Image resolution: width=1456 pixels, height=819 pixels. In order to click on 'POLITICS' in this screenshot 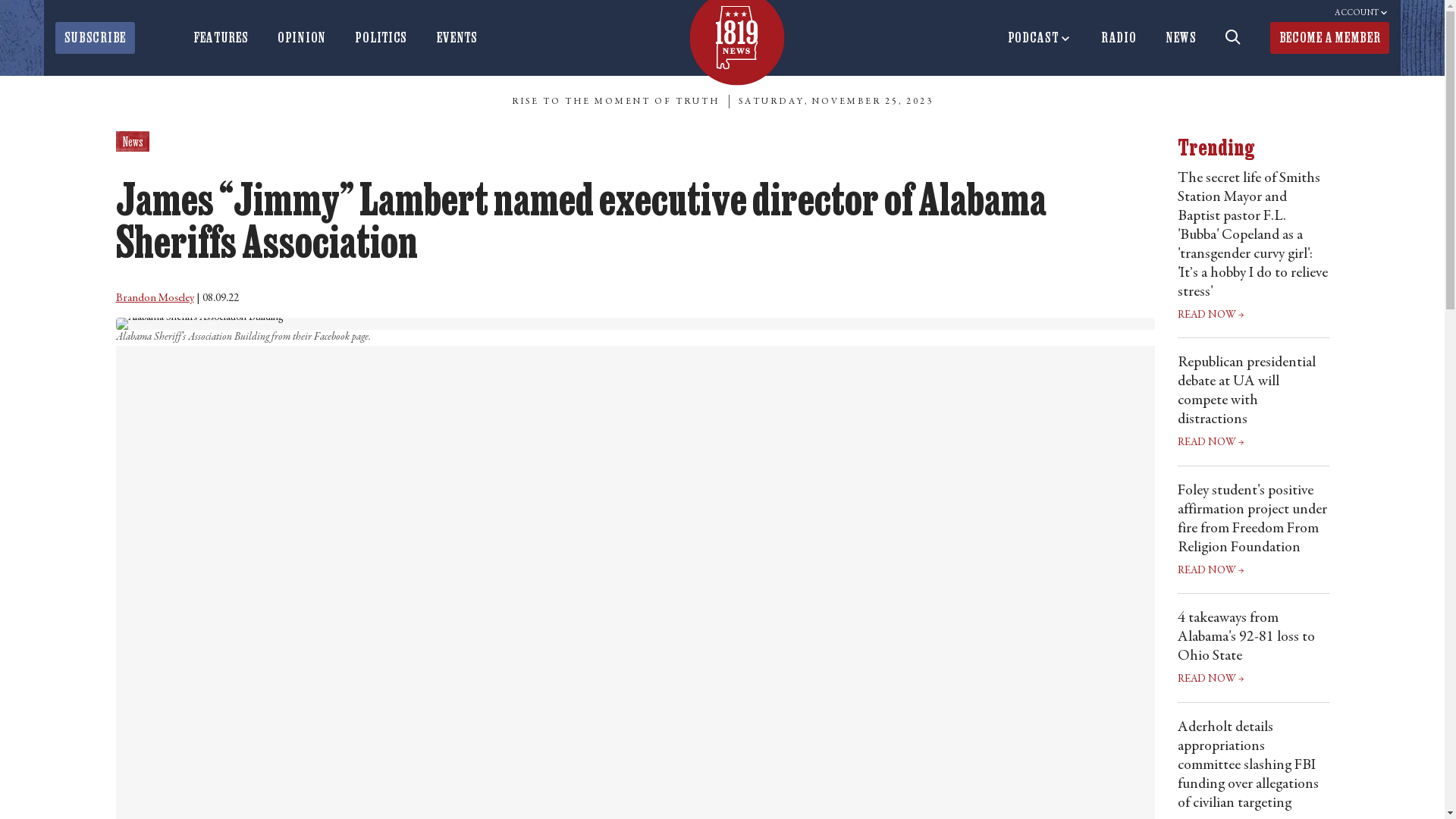, I will do `click(353, 37)`.